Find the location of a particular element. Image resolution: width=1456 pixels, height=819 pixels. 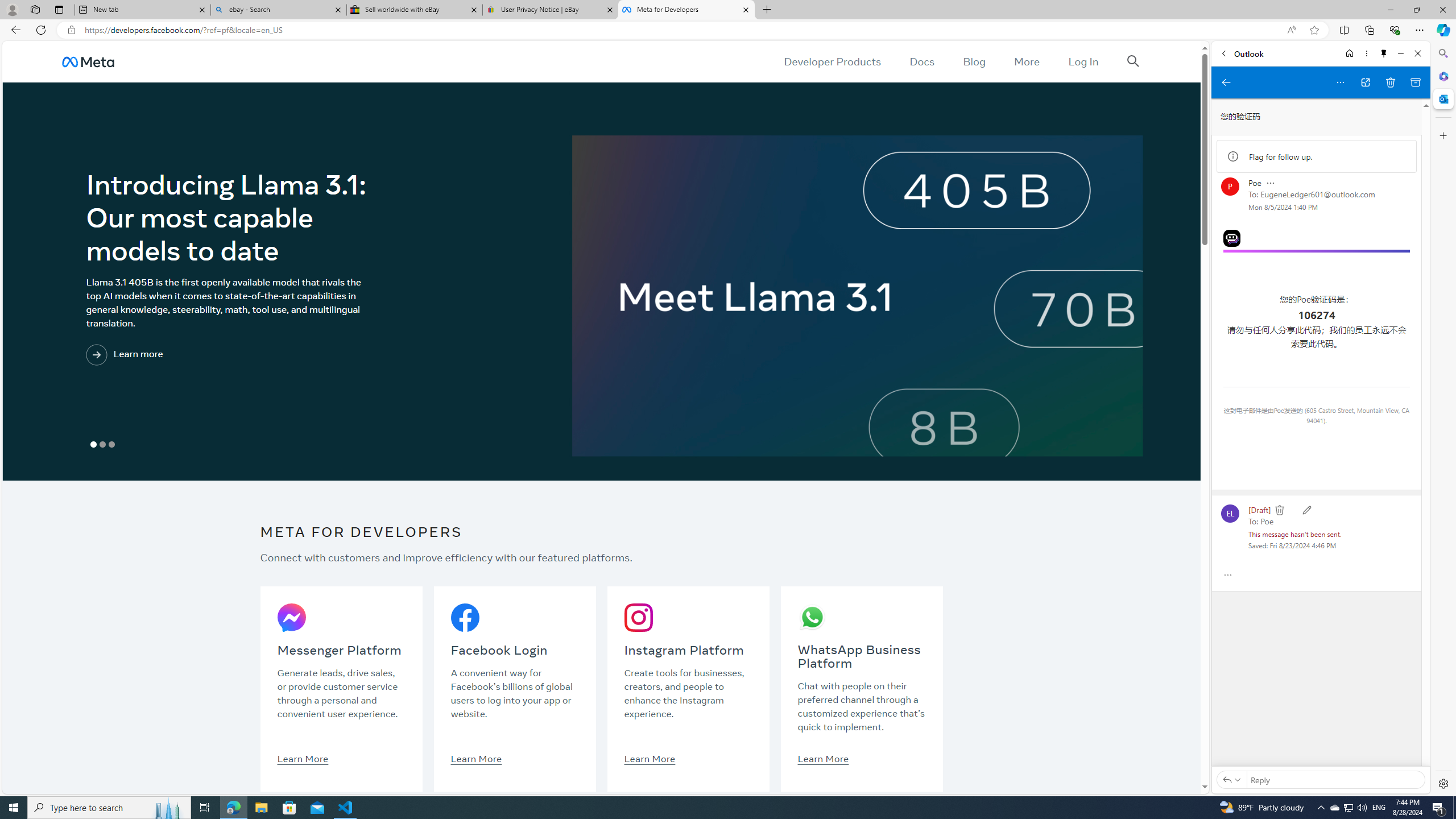

'Customize' is located at coordinates (1442, 135).